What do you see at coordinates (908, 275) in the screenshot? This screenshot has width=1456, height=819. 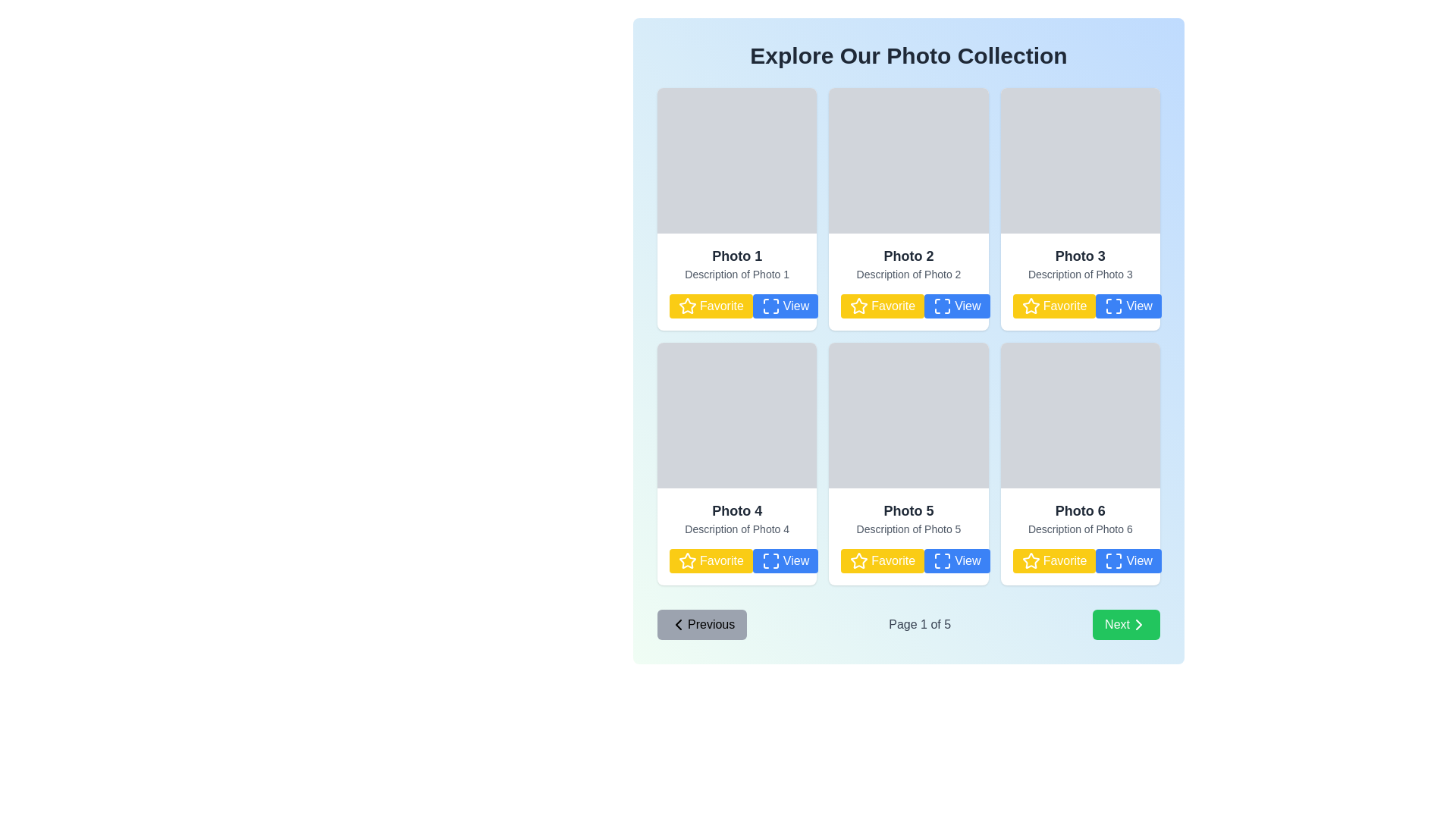 I see `the static text label that reads 'Description of Photo 2', which is styled in a smaller gray font and is positioned below the header text 'Photo 2'` at bounding box center [908, 275].